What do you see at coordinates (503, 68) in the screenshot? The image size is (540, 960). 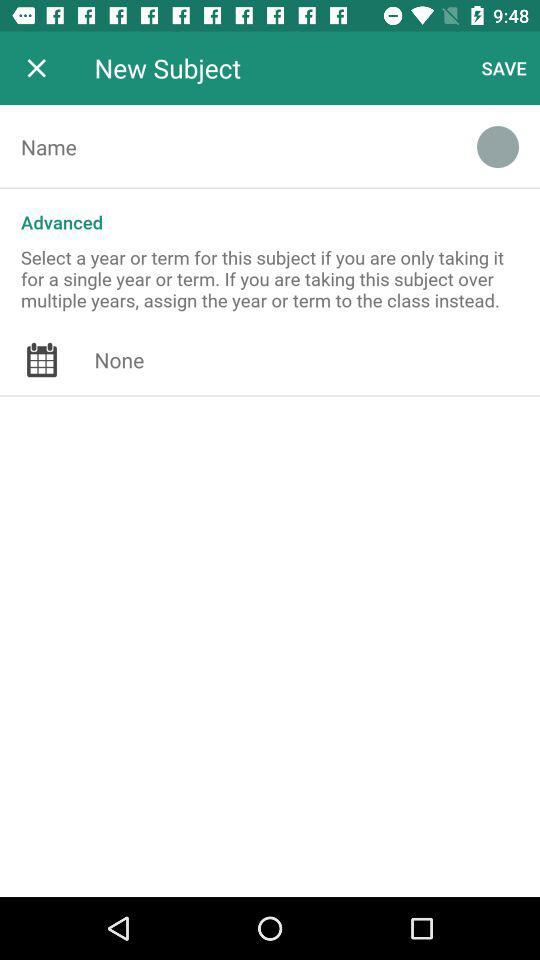 I see `the save icon` at bounding box center [503, 68].